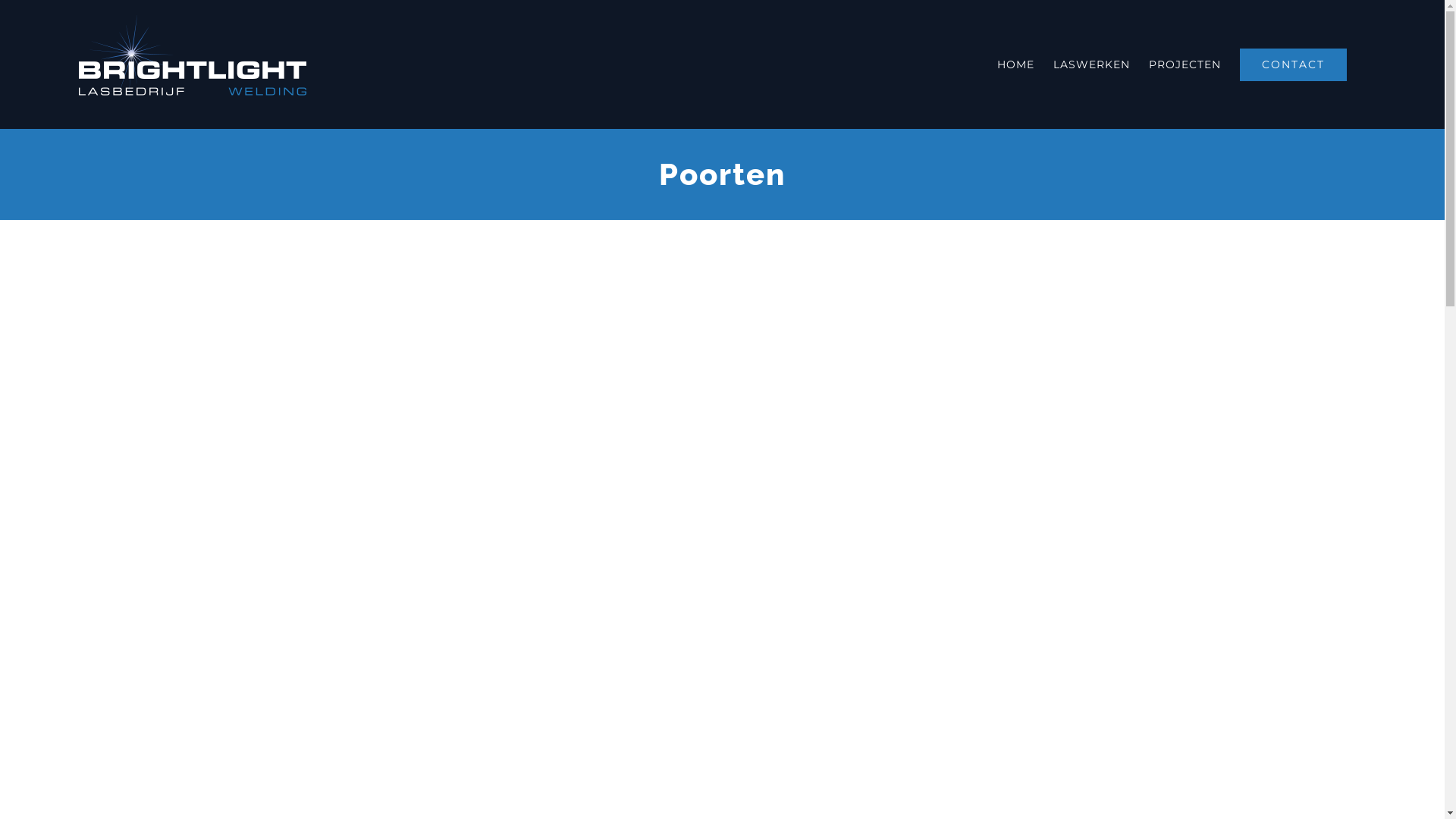 This screenshot has height=819, width=1456. What do you see at coordinates (997, 63) in the screenshot?
I see `'HOME'` at bounding box center [997, 63].